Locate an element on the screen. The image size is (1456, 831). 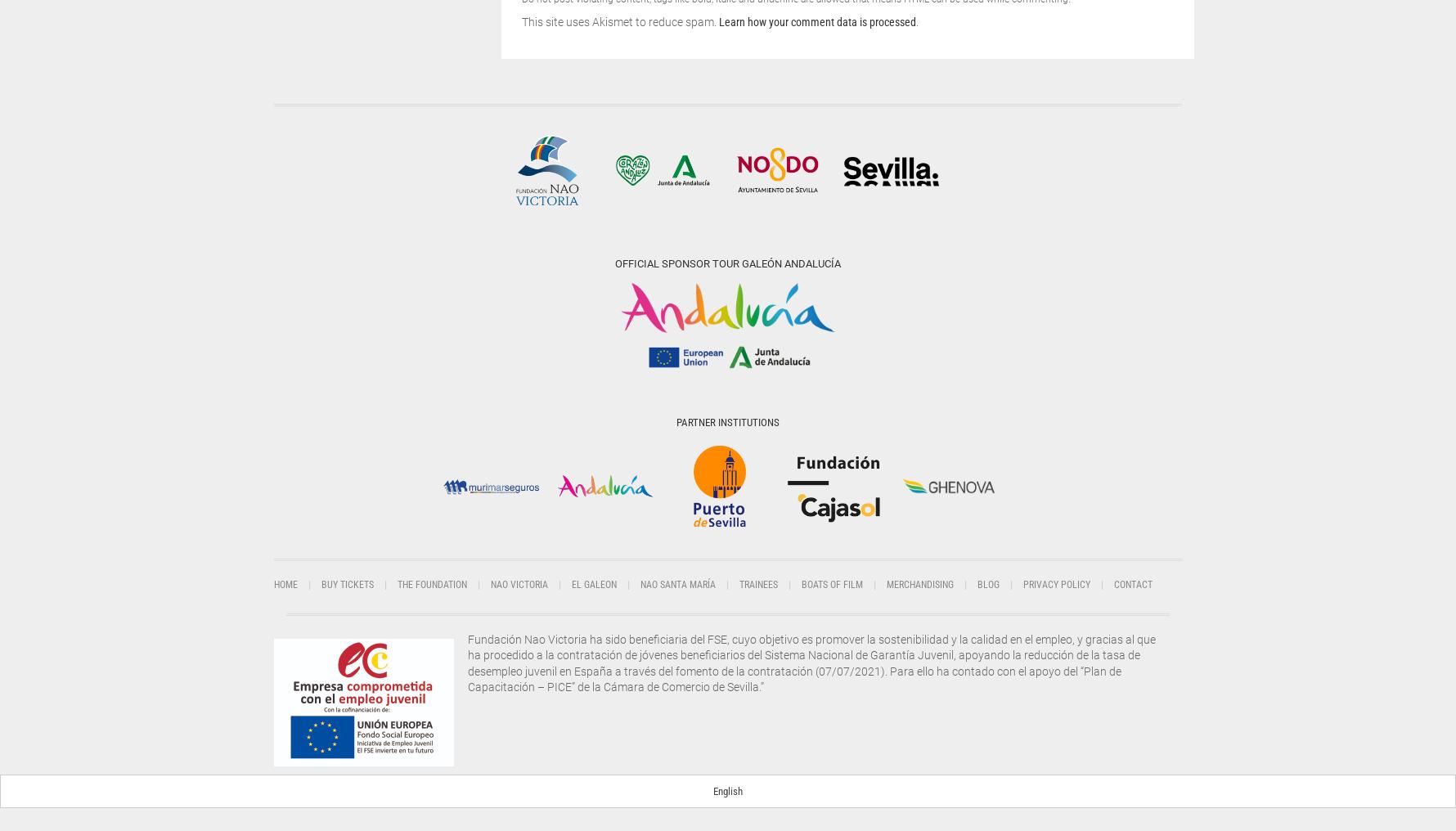
'Blog' is located at coordinates (988, 584).